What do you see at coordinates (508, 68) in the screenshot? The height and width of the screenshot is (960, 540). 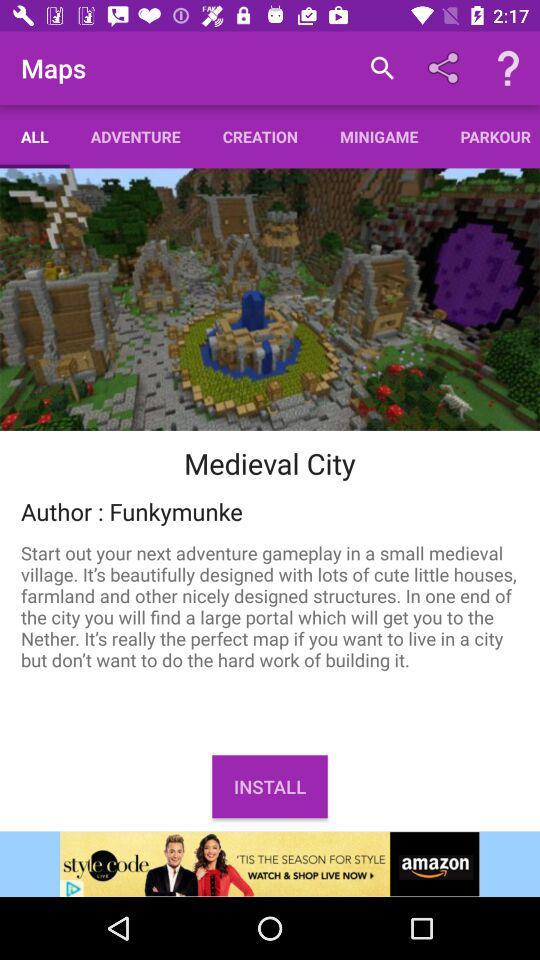 I see `get help` at bounding box center [508, 68].